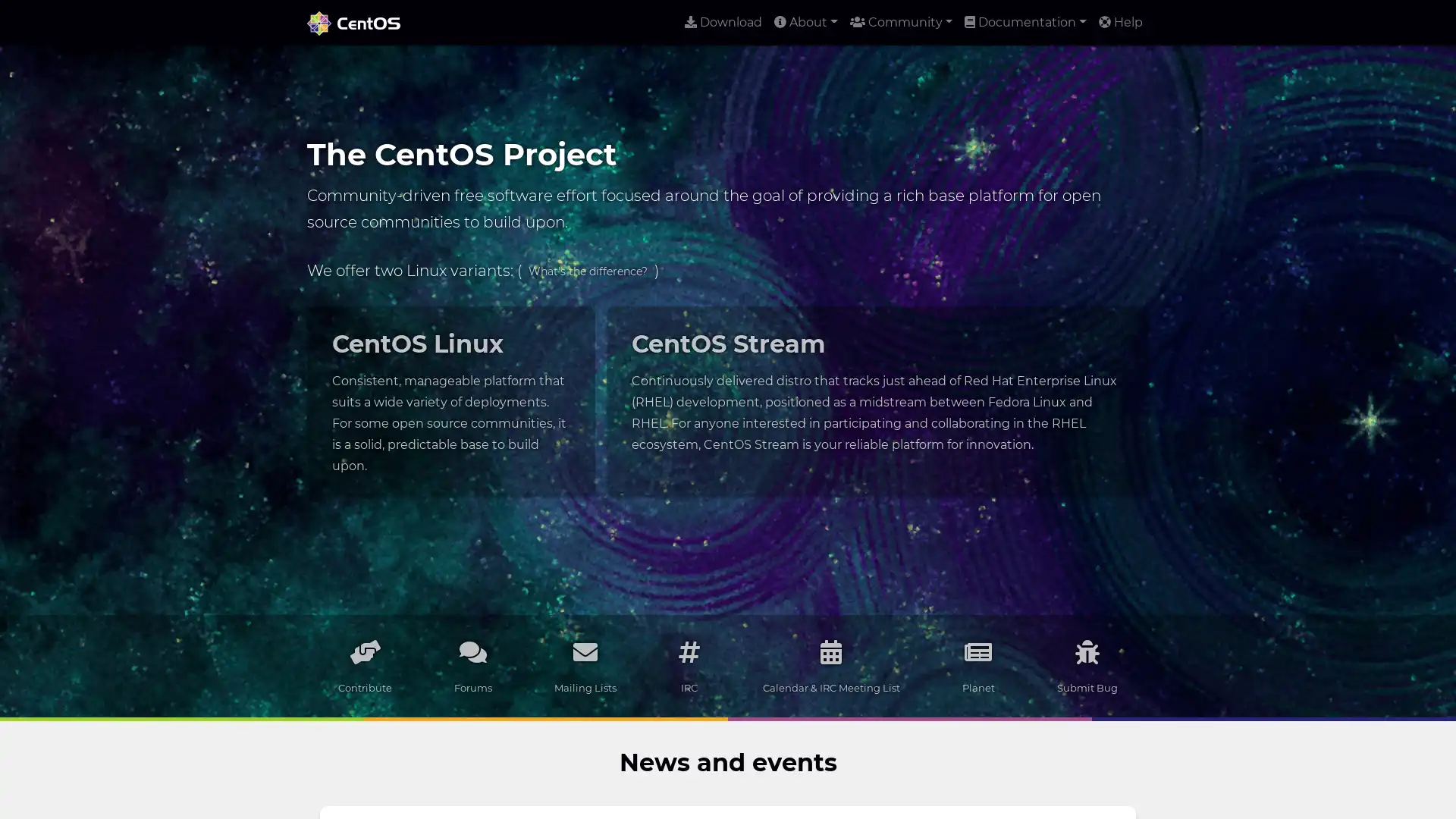 Image resolution: width=1456 pixels, height=819 pixels. Describe the element at coordinates (830, 665) in the screenshot. I see `Calendar & IRC Meeting List` at that location.